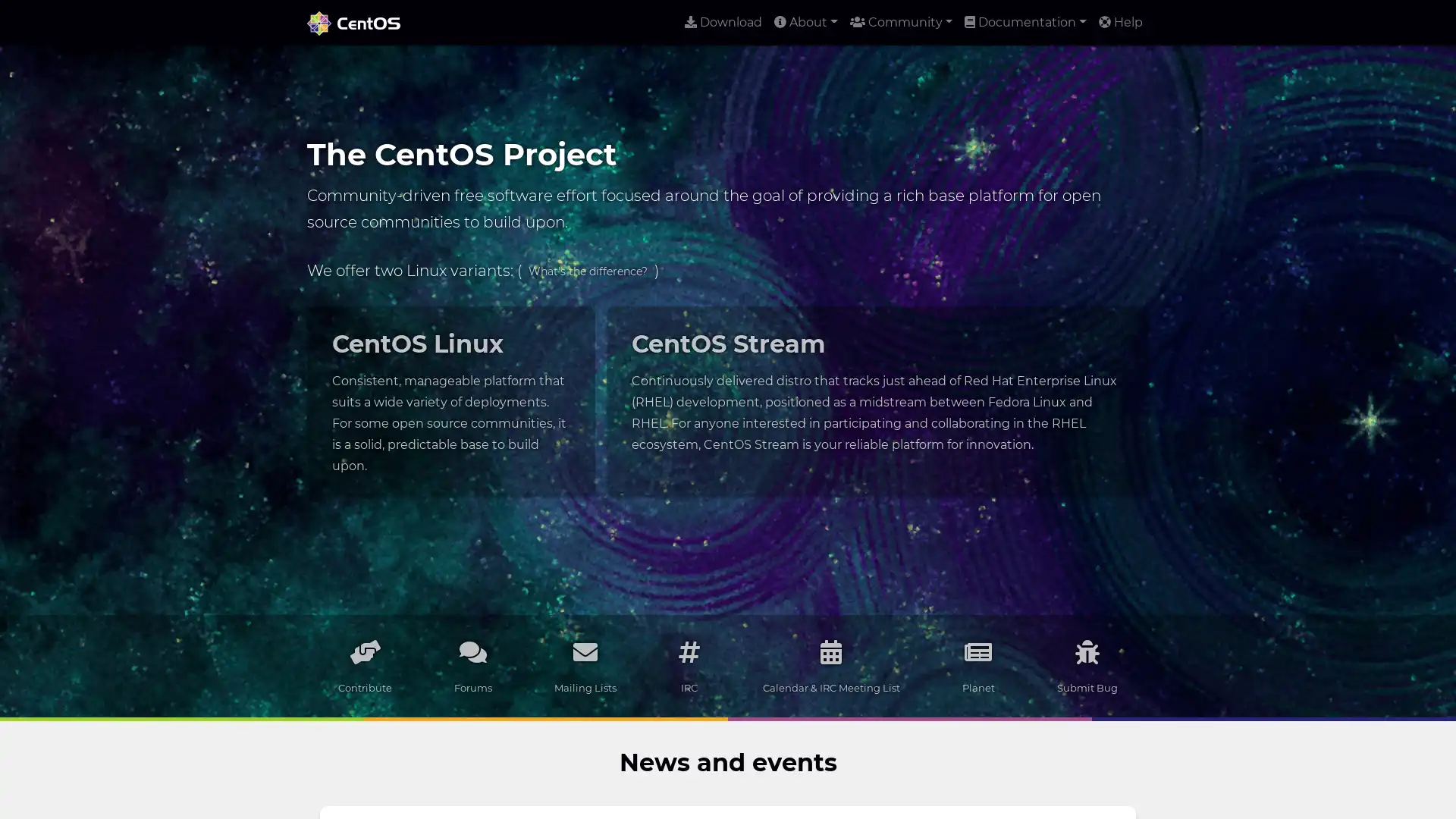 Image resolution: width=1456 pixels, height=819 pixels. Describe the element at coordinates (830, 665) in the screenshot. I see `Calendar & IRC Meeting List` at that location.